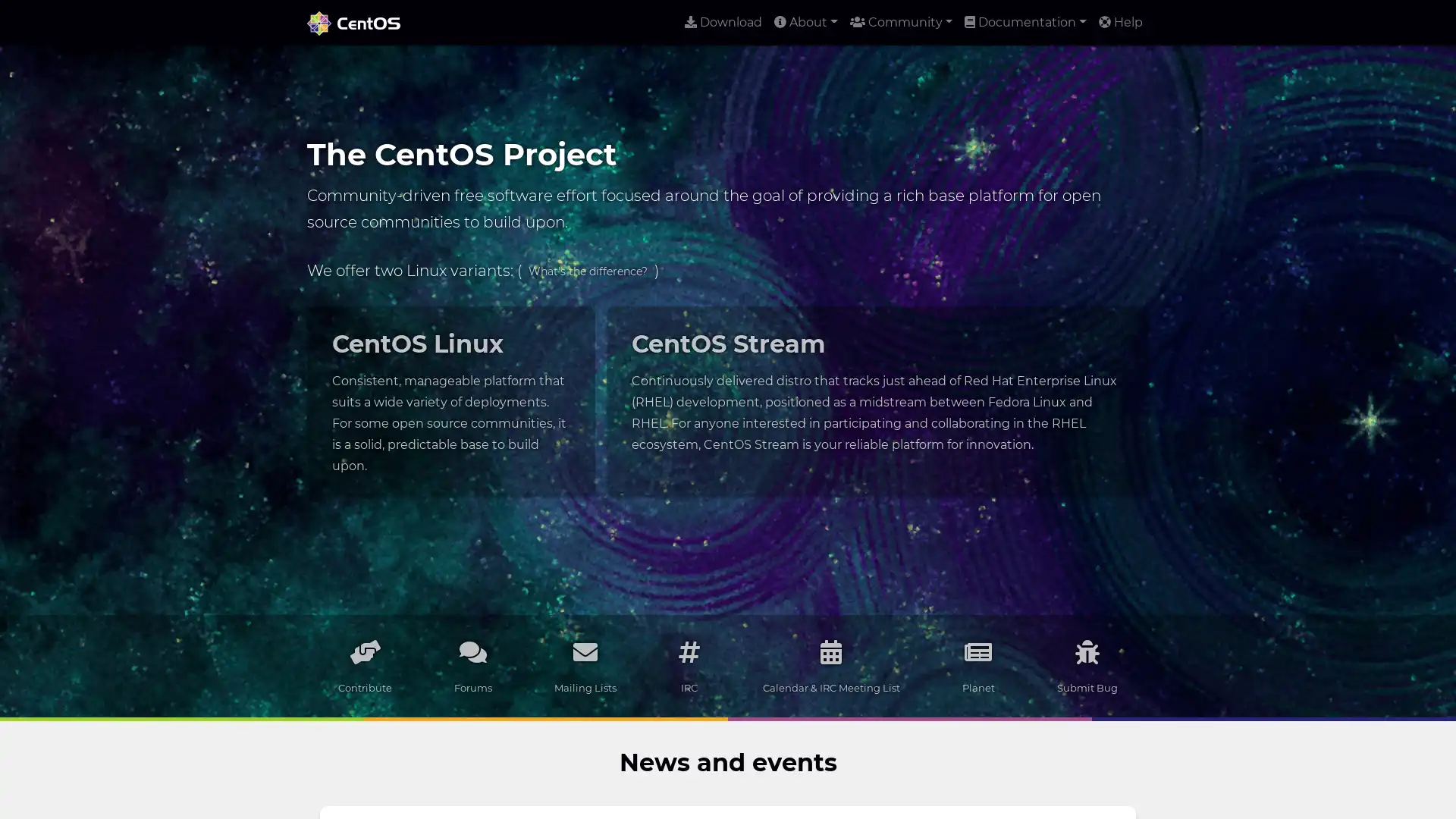 Image resolution: width=1456 pixels, height=819 pixels. Describe the element at coordinates (830, 665) in the screenshot. I see `Calendar & IRC Meeting List` at that location.